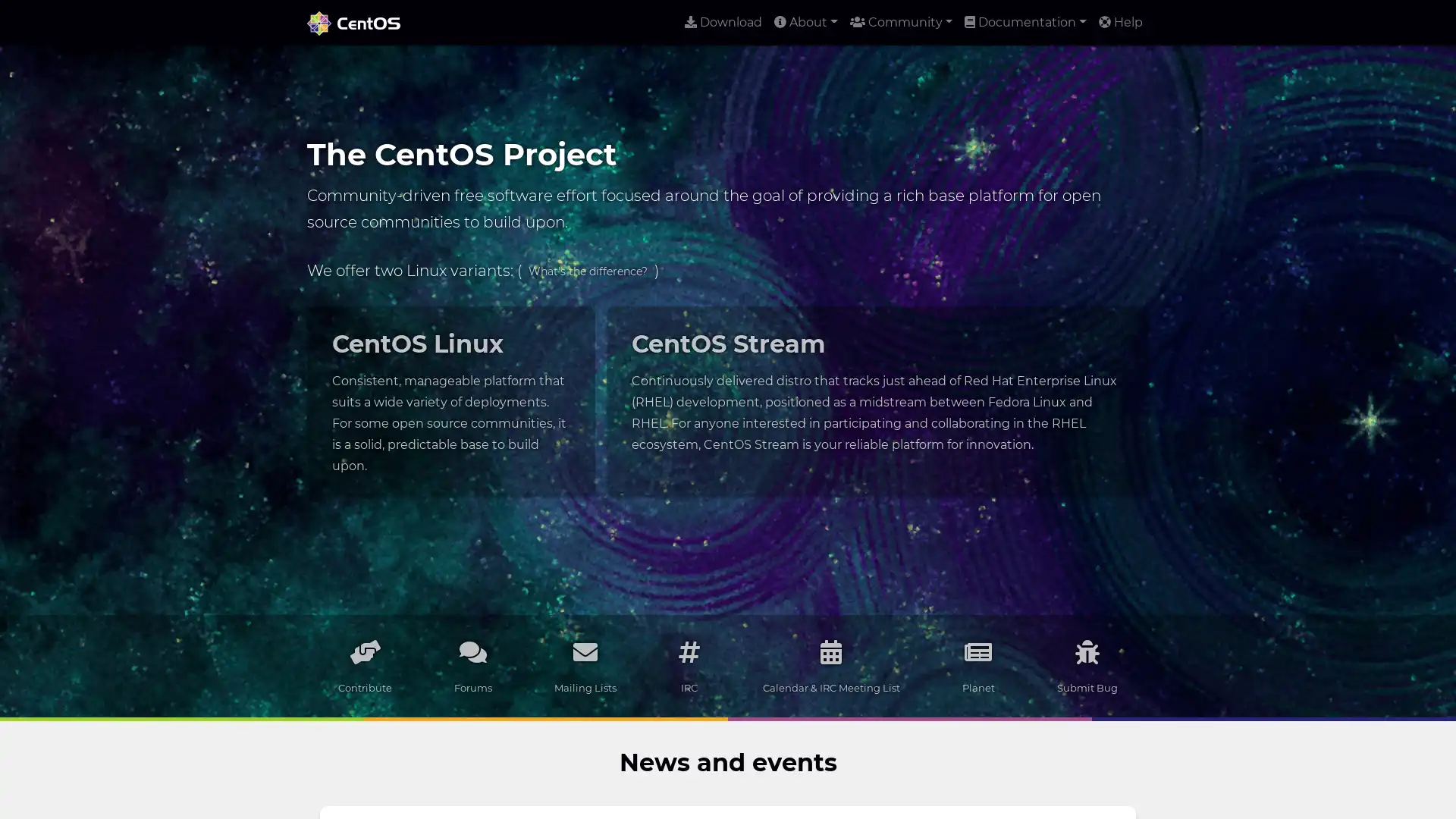 Image resolution: width=1456 pixels, height=819 pixels. Describe the element at coordinates (830, 665) in the screenshot. I see `Calendar & IRC Meeting List` at that location.